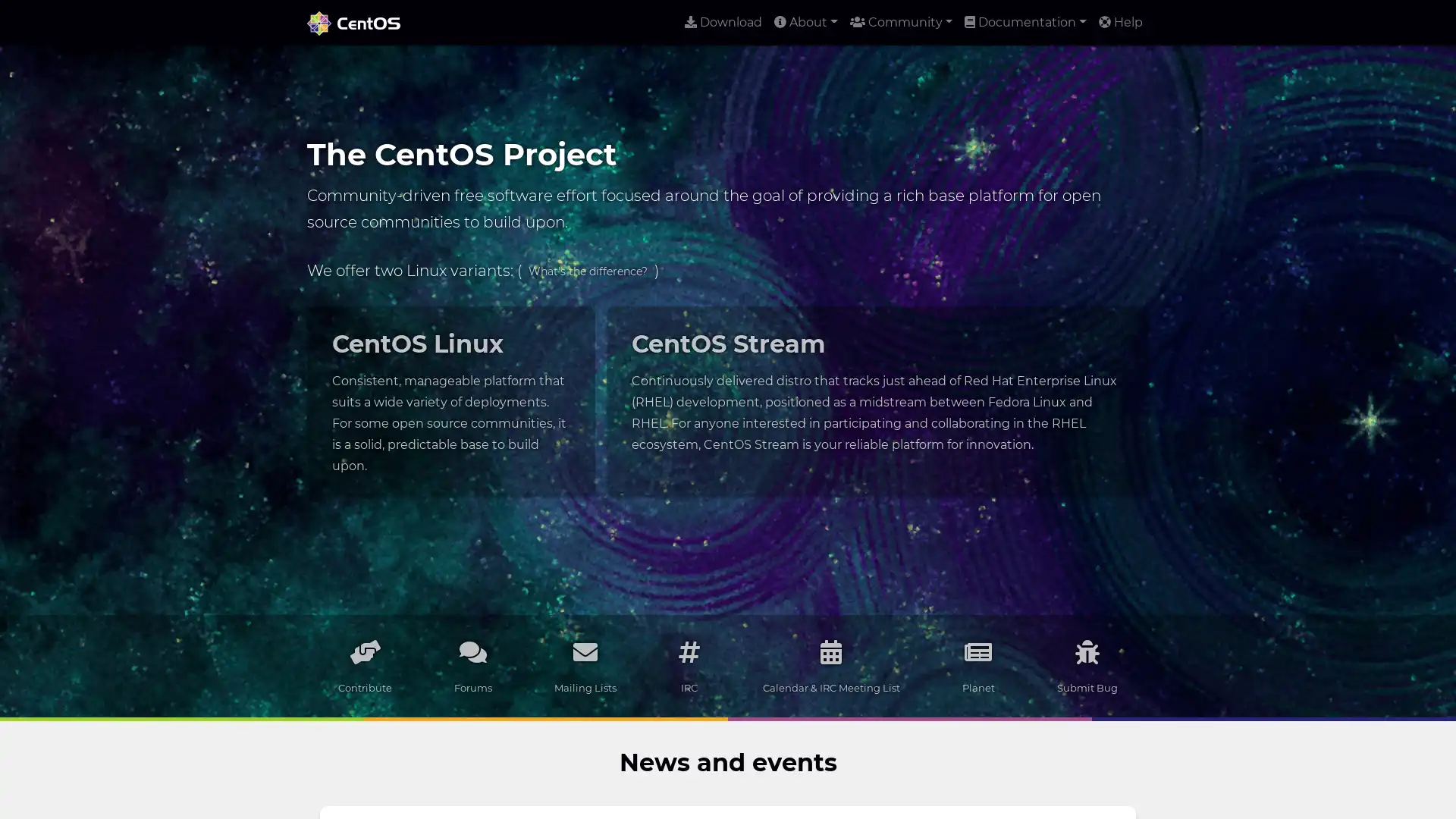 Image resolution: width=1456 pixels, height=819 pixels. Describe the element at coordinates (830, 665) in the screenshot. I see `Calendar & IRC Meeting List` at that location.